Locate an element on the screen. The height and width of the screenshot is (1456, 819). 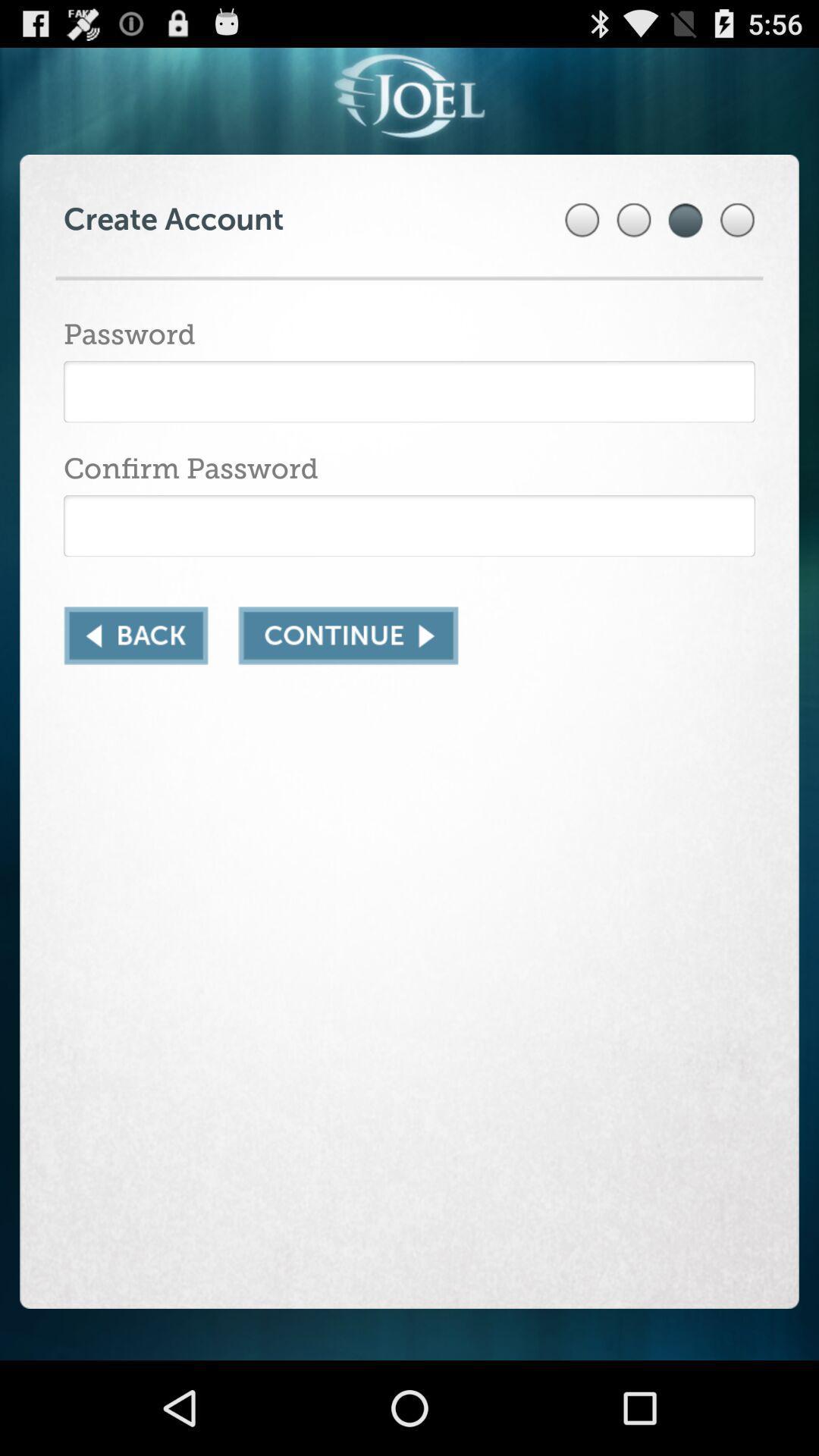
continue is located at coordinates (348, 635).